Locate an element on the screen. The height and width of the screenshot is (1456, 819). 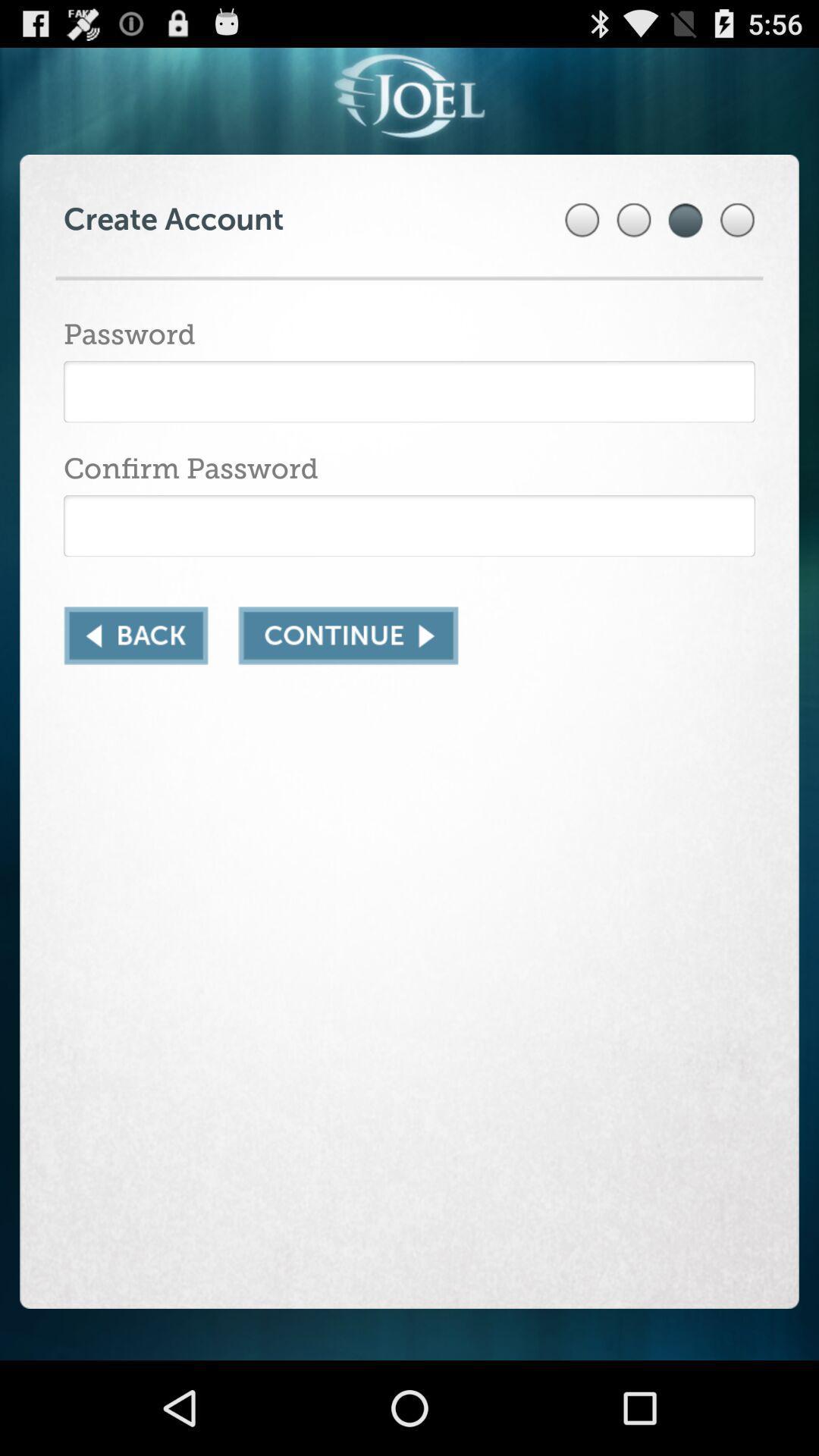
continue is located at coordinates (348, 635).